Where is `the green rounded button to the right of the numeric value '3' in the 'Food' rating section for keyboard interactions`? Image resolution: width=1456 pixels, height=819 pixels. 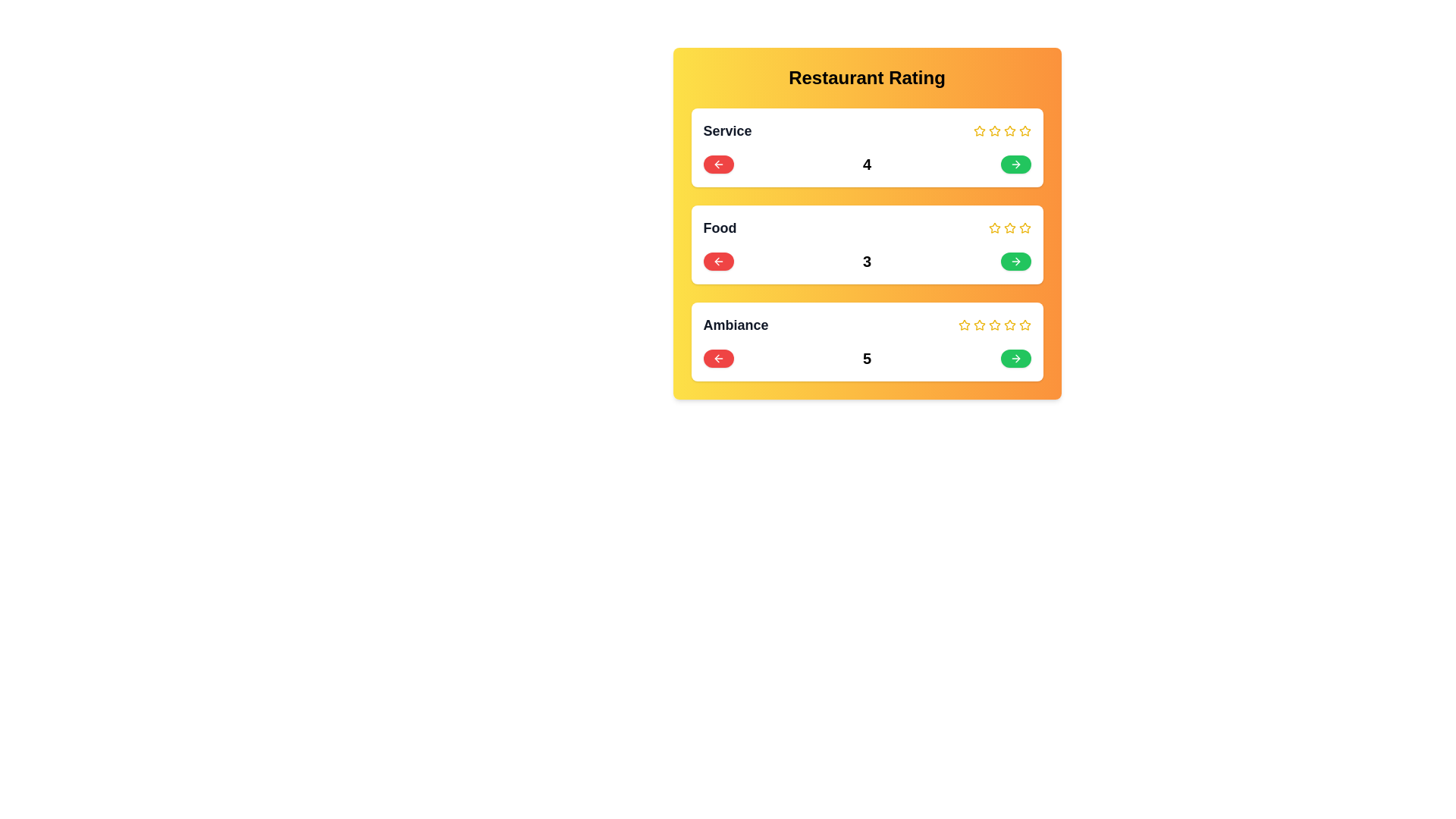 the green rounded button to the right of the numeric value '3' in the 'Food' rating section for keyboard interactions is located at coordinates (1015, 260).